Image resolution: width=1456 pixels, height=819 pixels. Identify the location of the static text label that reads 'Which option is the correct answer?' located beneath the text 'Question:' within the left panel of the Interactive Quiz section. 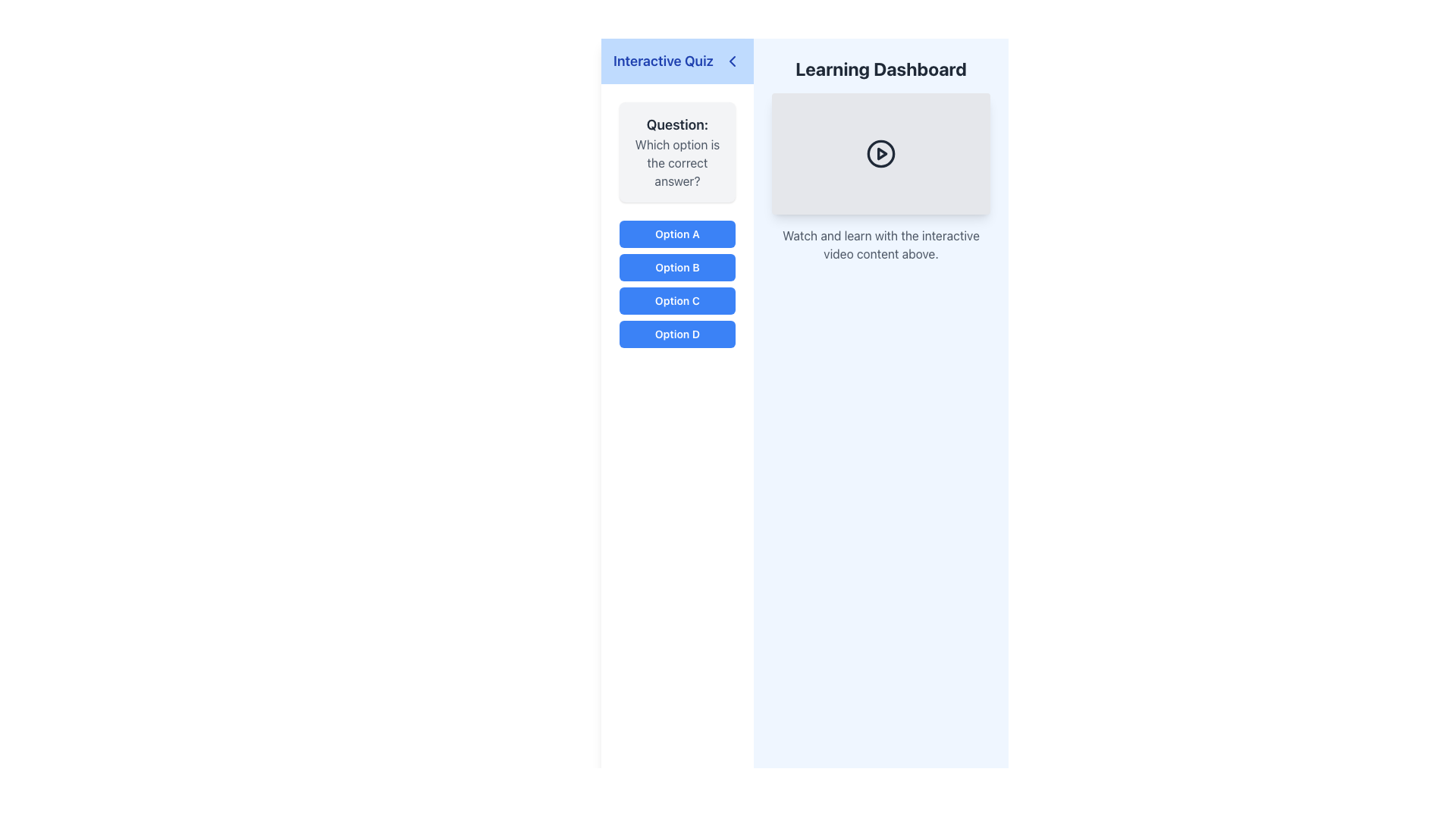
(676, 163).